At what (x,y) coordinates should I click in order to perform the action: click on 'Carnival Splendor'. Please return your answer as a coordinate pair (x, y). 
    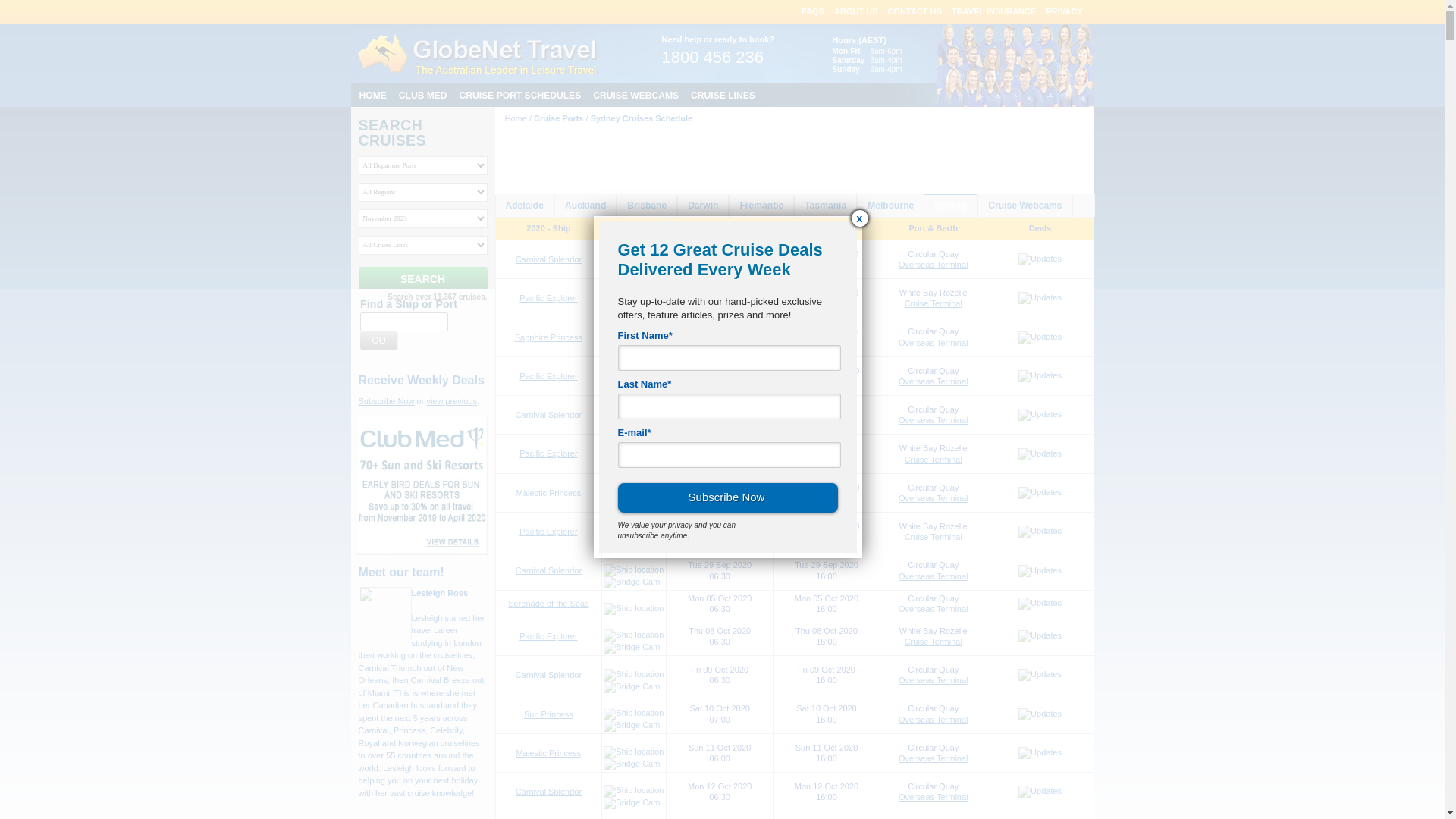
    Looking at the image, I should click on (548, 674).